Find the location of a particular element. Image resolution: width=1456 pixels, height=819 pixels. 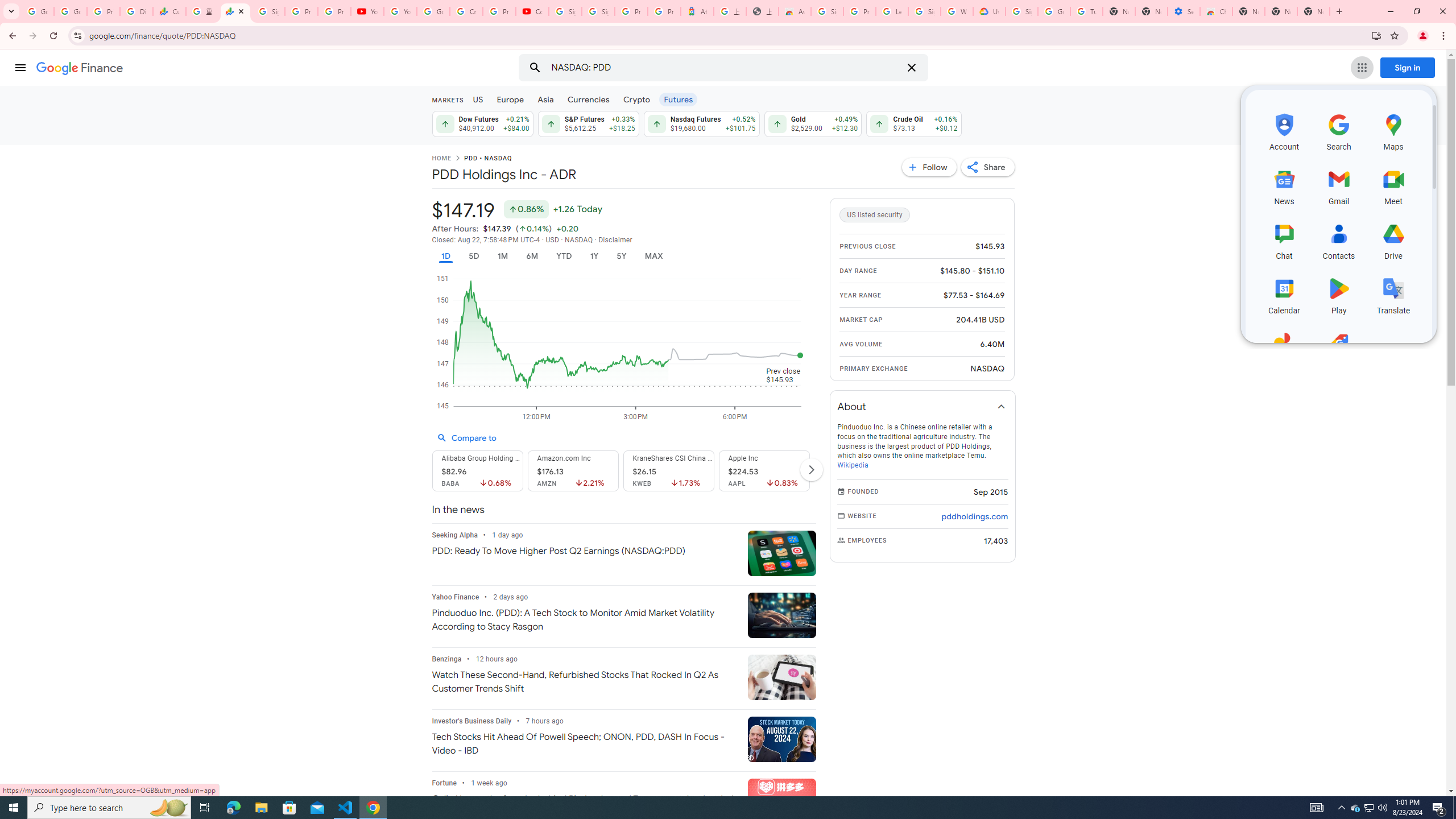

'Follow' is located at coordinates (929, 166).